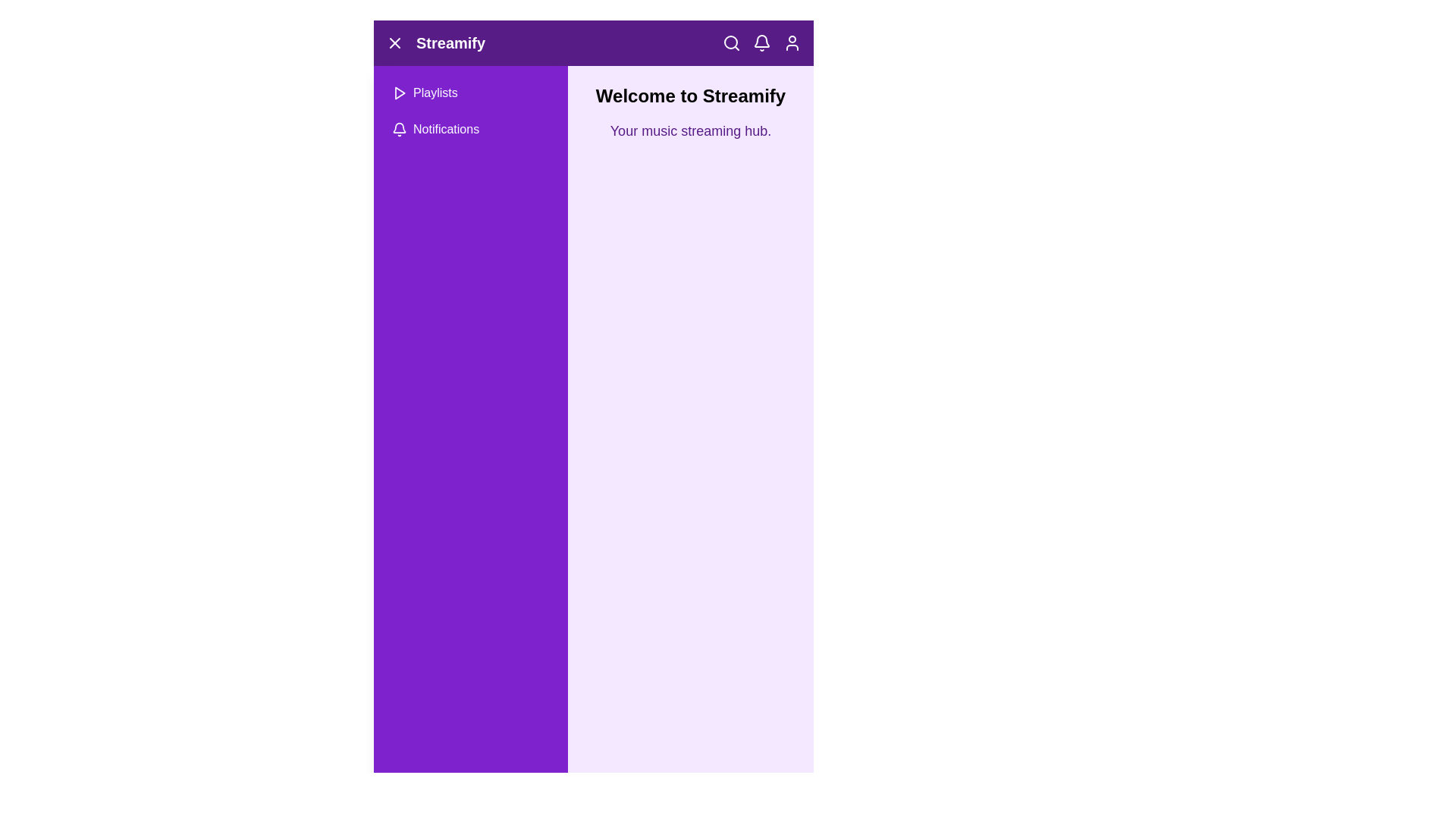 This screenshot has height=819, width=1456. I want to click on branding text label that displays 'Streamify', located on the left section of the header, next to the close icon and before the search icon group, so click(435, 42).